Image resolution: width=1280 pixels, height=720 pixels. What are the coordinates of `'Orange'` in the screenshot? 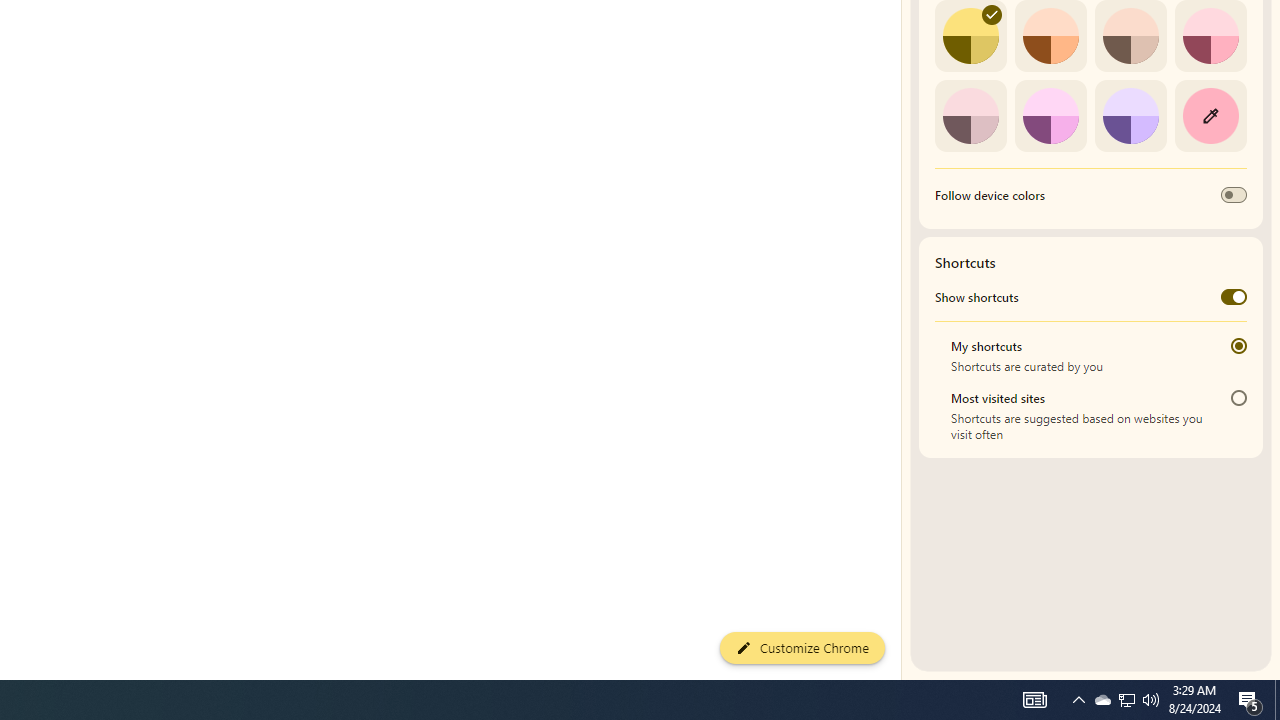 It's located at (1049, 36).